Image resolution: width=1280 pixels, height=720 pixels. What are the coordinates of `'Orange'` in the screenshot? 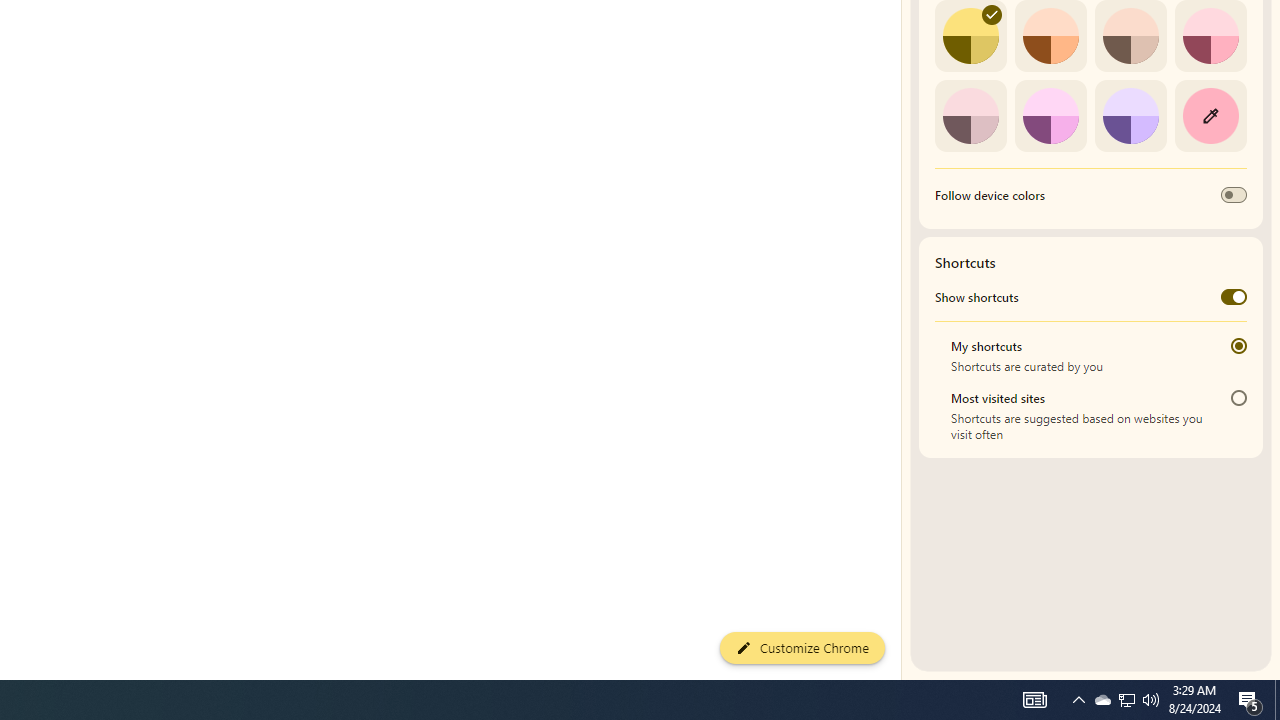 It's located at (1049, 36).